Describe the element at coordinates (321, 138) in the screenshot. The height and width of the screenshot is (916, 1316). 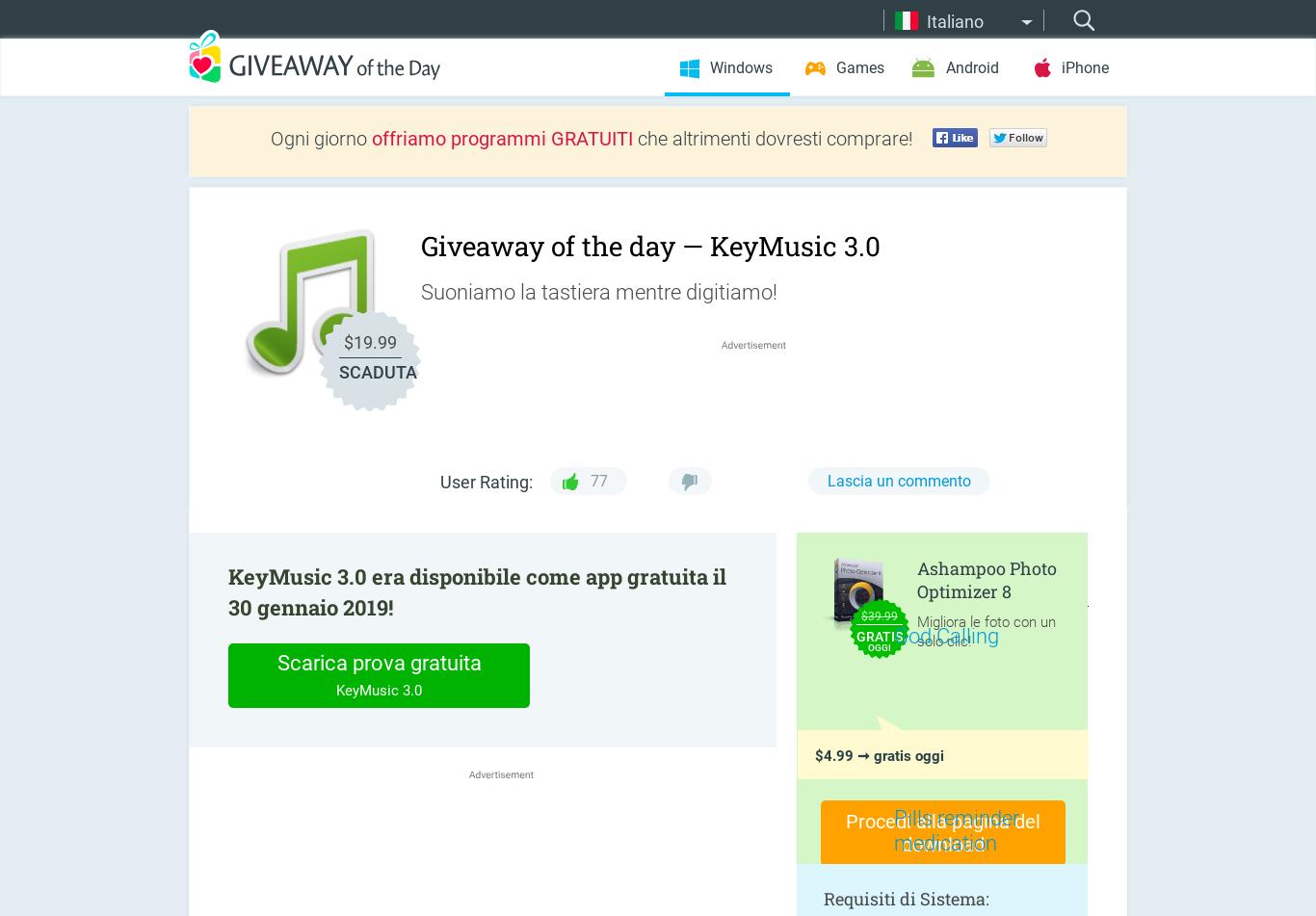
I see `'Ogni giorno'` at that location.